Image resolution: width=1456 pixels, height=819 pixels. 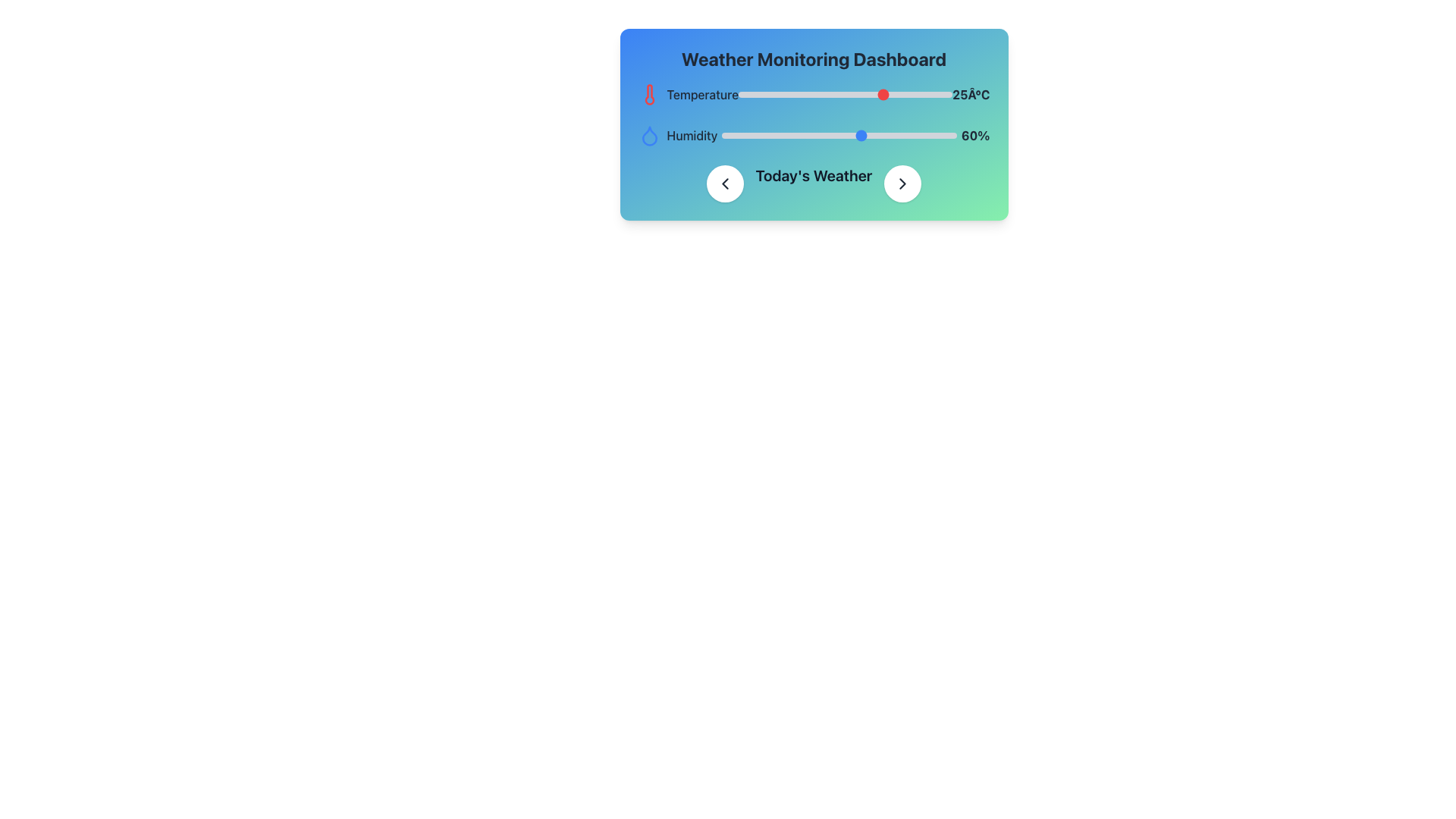 What do you see at coordinates (741, 134) in the screenshot?
I see `humidity` at bounding box center [741, 134].